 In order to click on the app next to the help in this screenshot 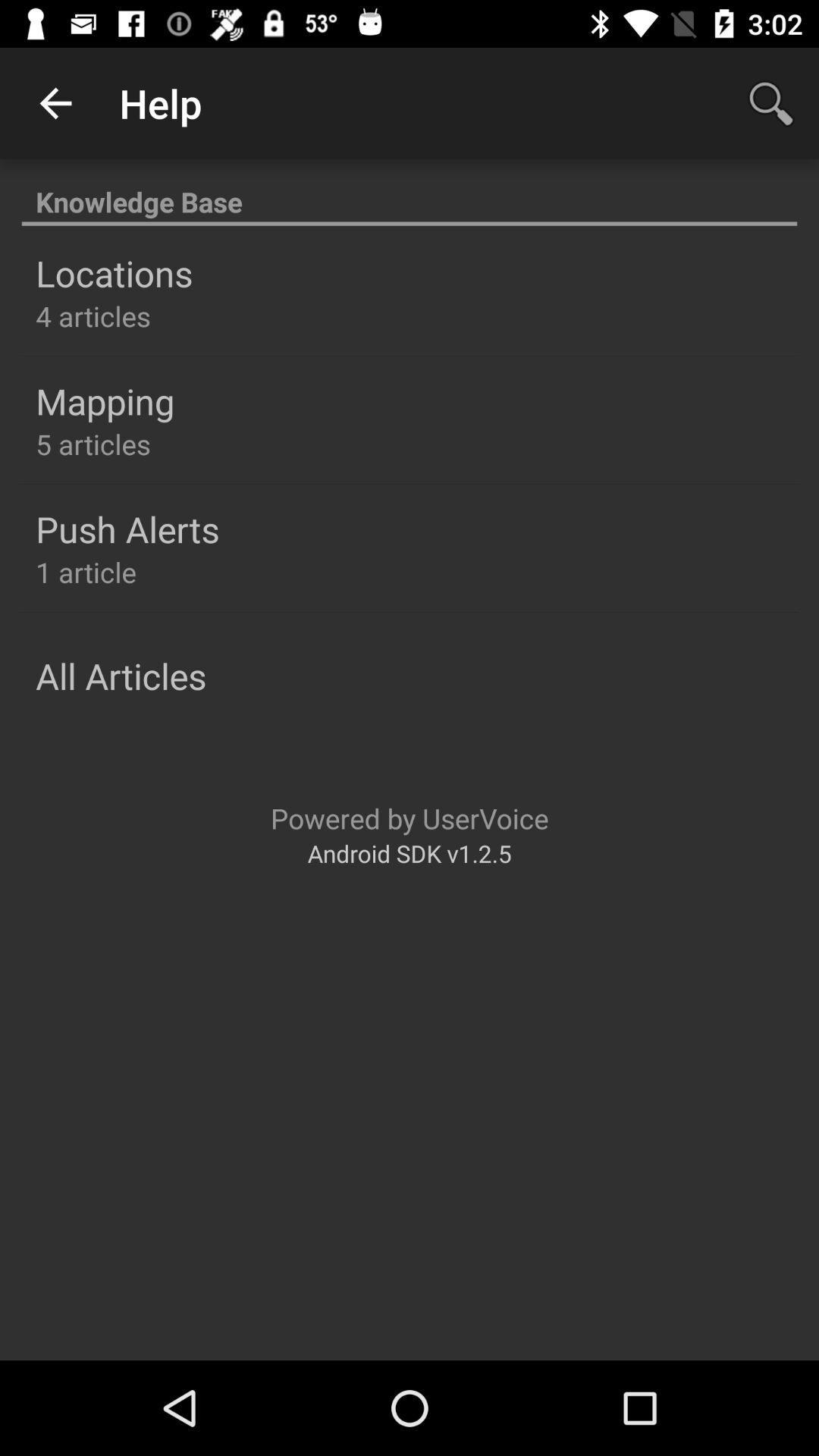, I will do `click(55, 102)`.